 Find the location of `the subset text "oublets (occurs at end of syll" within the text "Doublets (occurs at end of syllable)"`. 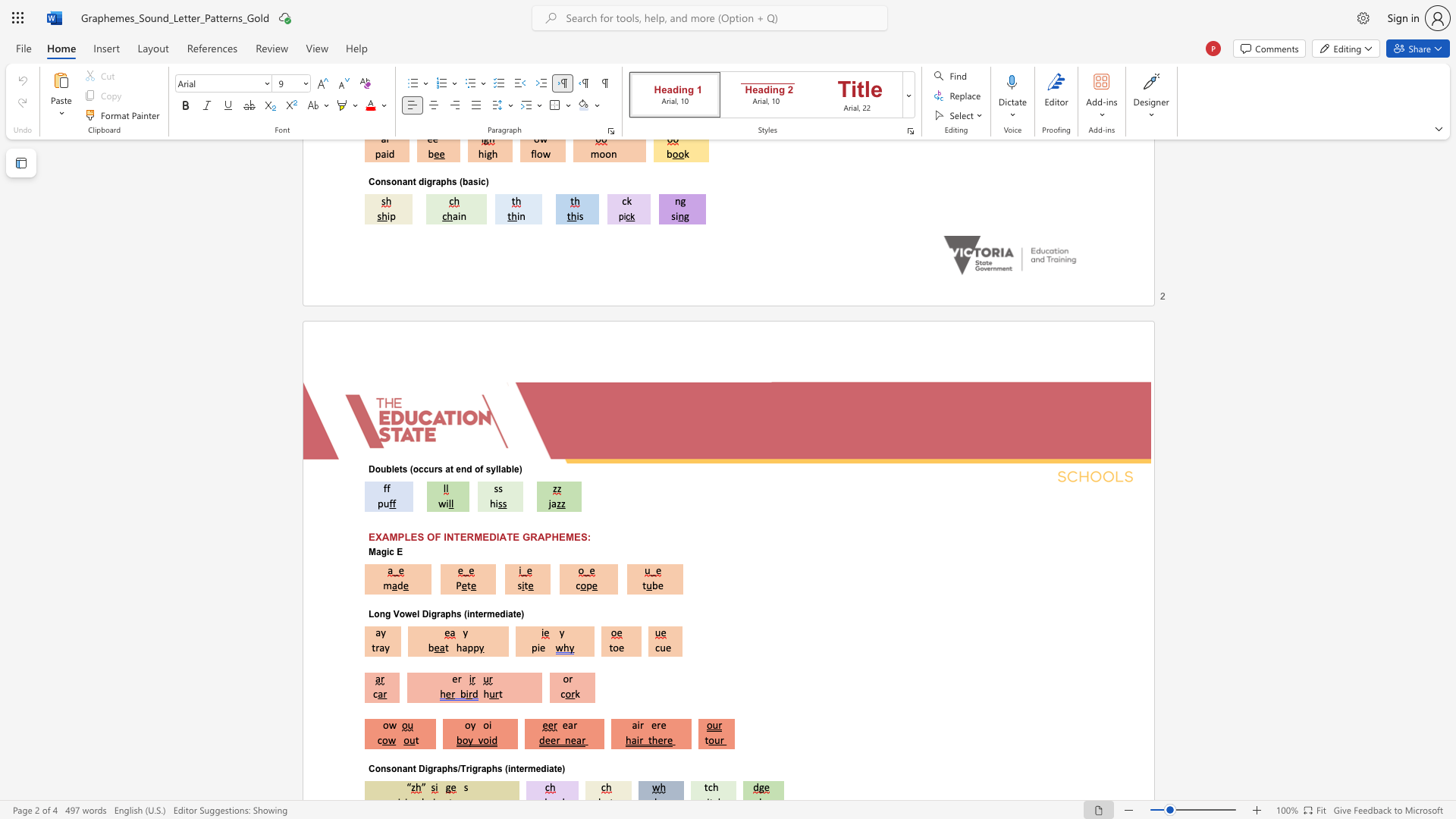

the subset text "oublets (occurs at end of syll" within the text "Doublets (occurs at end of syllable)" is located at coordinates (375, 468).